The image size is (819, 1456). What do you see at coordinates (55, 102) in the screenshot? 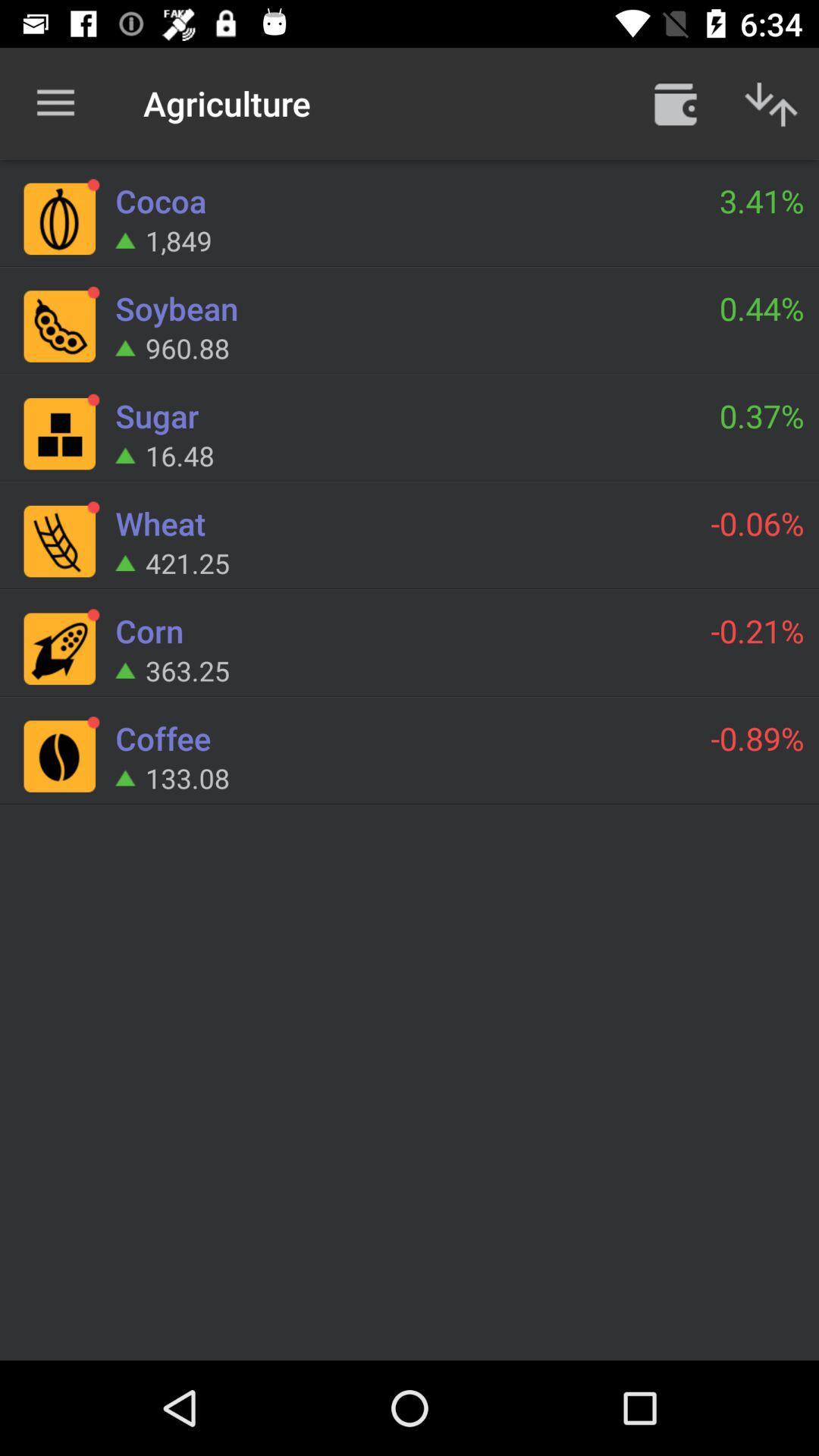
I see `item next to agriculture item` at bounding box center [55, 102].